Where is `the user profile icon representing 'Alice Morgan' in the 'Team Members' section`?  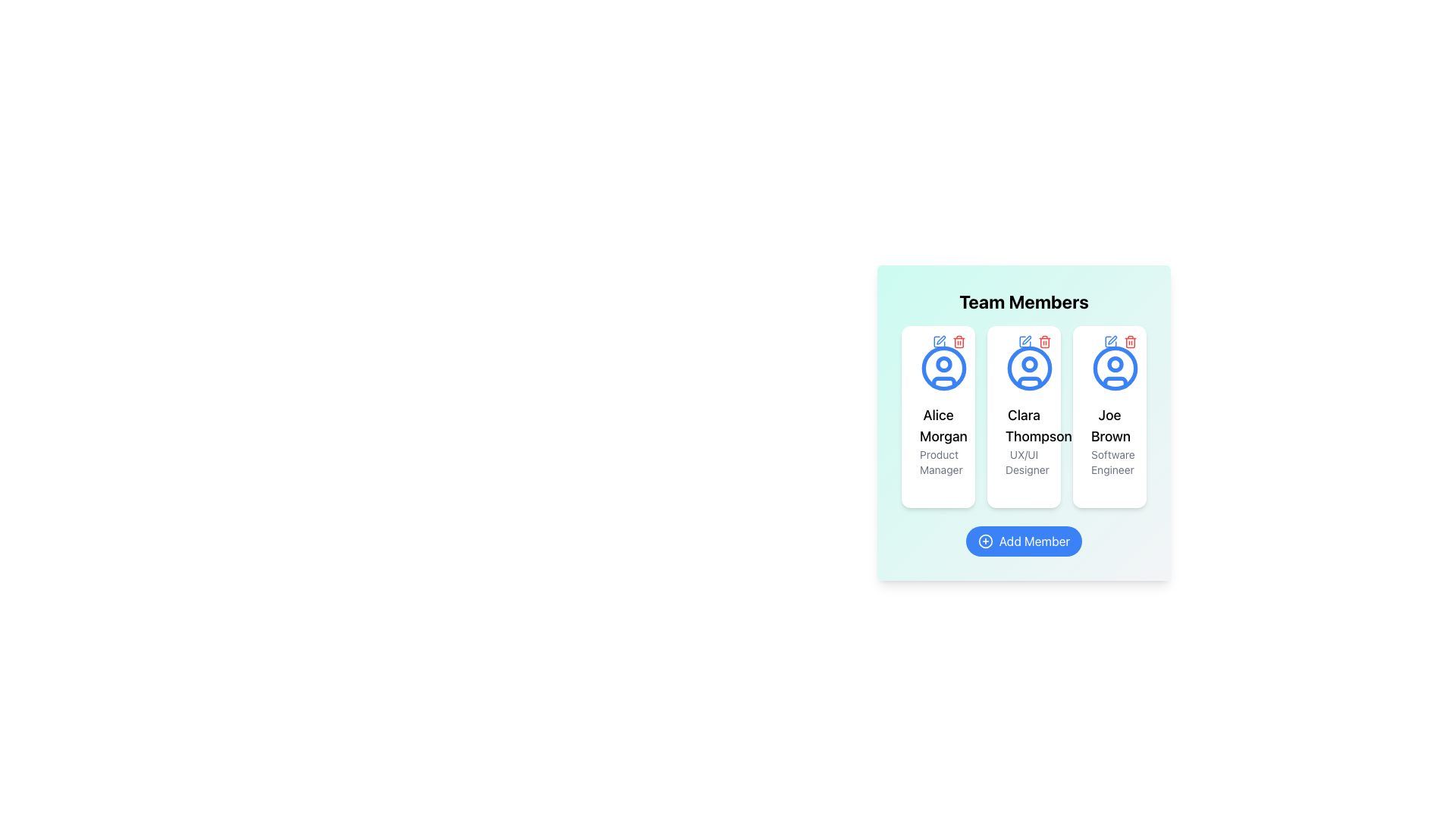 the user profile icon representing 'Alice Morgan' in the 'Team Members' section is located at coordinates (943, 369).